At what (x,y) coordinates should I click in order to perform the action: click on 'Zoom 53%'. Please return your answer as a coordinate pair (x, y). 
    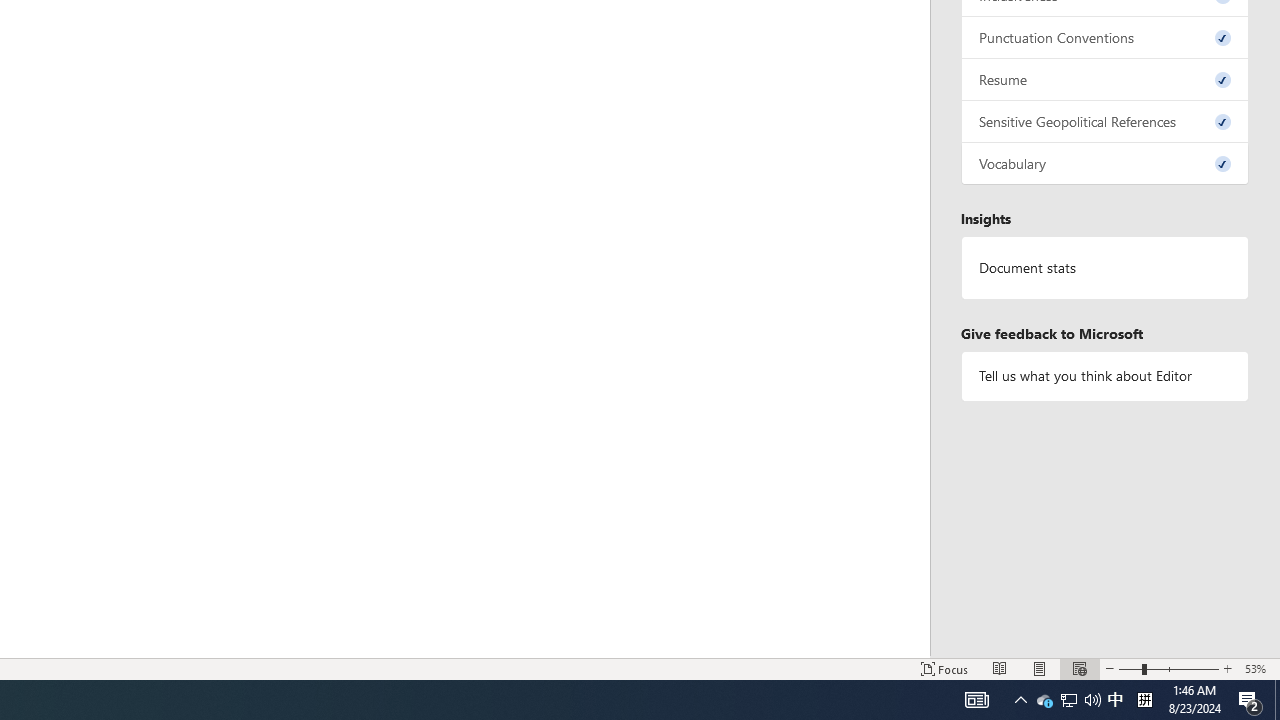
    Looking at the image, I should click on (1257, 669).